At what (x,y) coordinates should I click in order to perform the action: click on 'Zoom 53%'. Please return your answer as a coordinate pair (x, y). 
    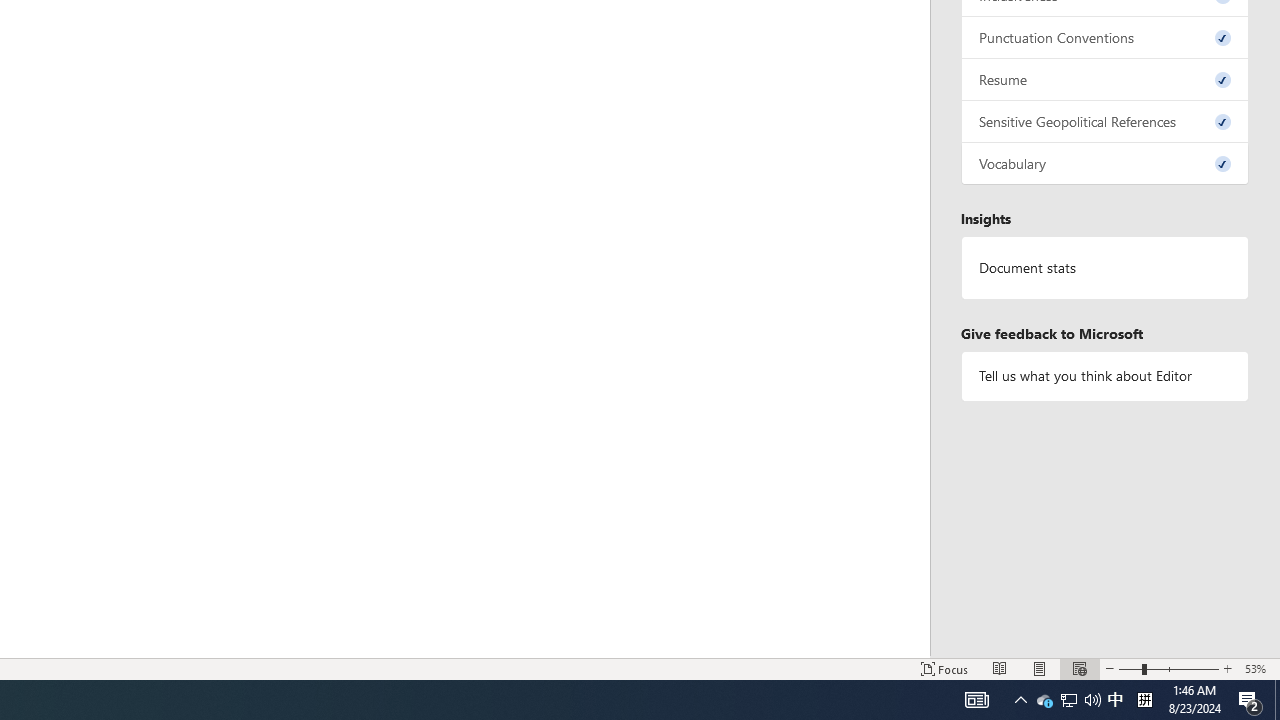
    Looking at the image, I should click on (1257, 669).